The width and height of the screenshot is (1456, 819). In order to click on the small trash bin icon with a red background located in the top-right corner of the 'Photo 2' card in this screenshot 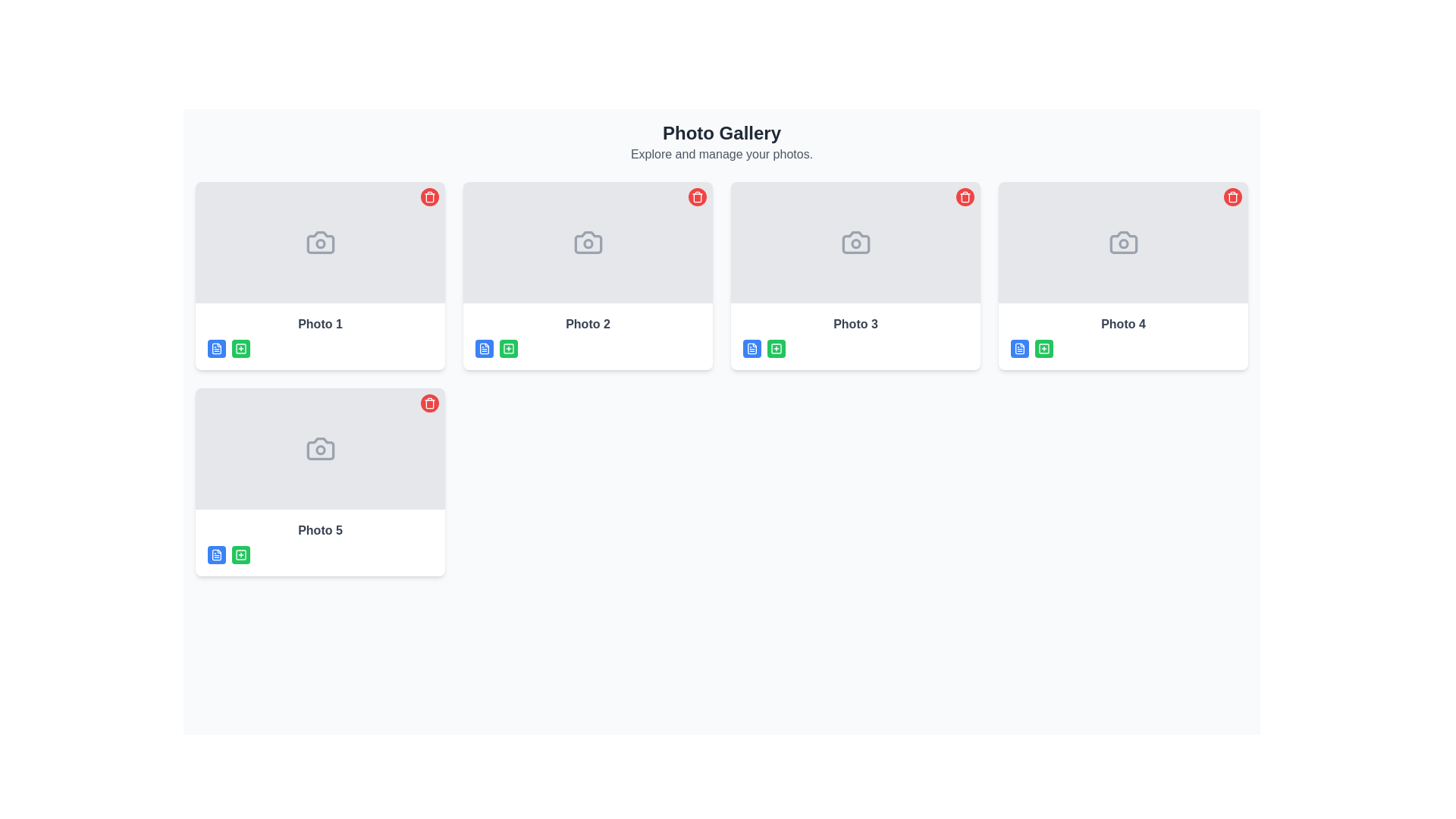, I will do `click(697, 196)`.